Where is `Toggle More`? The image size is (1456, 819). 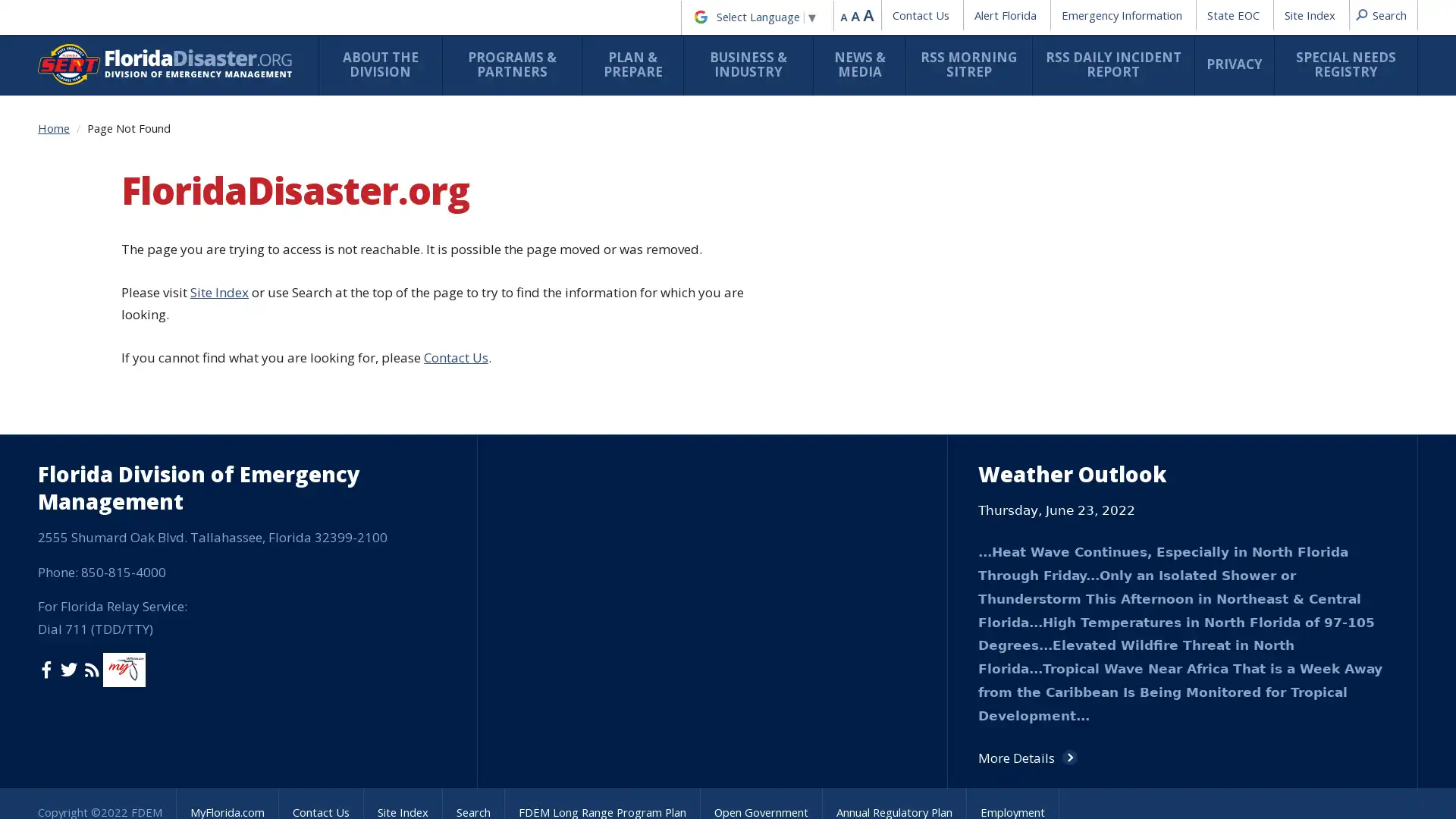
Toggle More is located at coordinates (760, 580).